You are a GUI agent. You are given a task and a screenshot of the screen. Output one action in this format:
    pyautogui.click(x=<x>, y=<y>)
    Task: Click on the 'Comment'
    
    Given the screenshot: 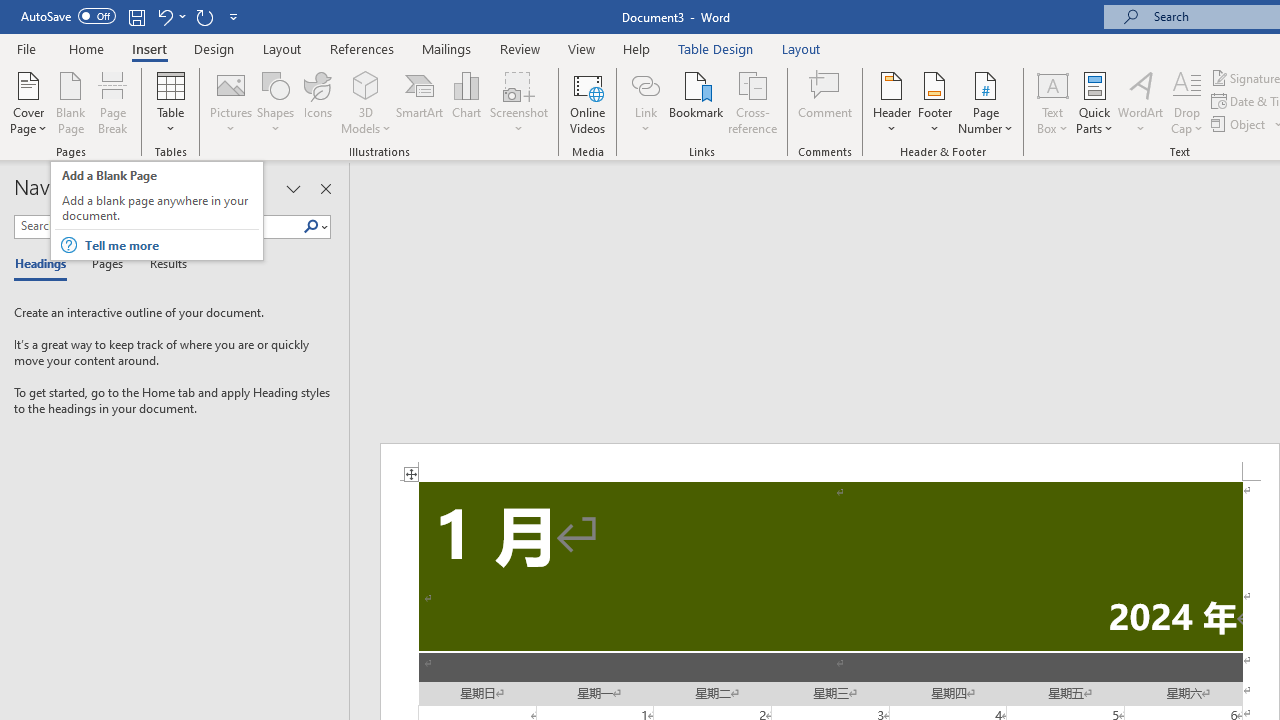 What is the action you would take?
    pyautogui.click(x=825, y=103)
    